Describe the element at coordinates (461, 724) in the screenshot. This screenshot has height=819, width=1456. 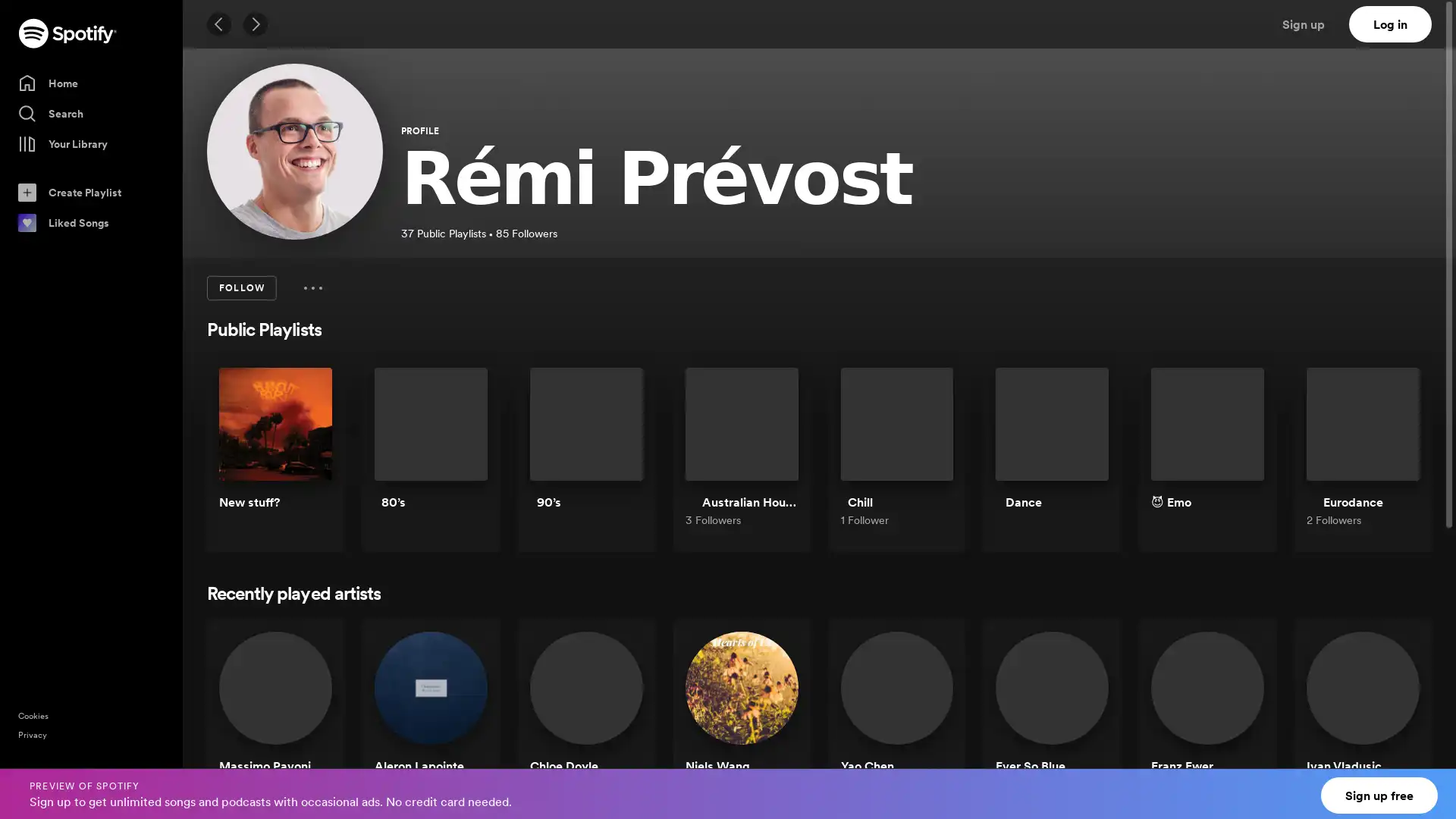
I see `Play Aleron Lapointe` at that location.